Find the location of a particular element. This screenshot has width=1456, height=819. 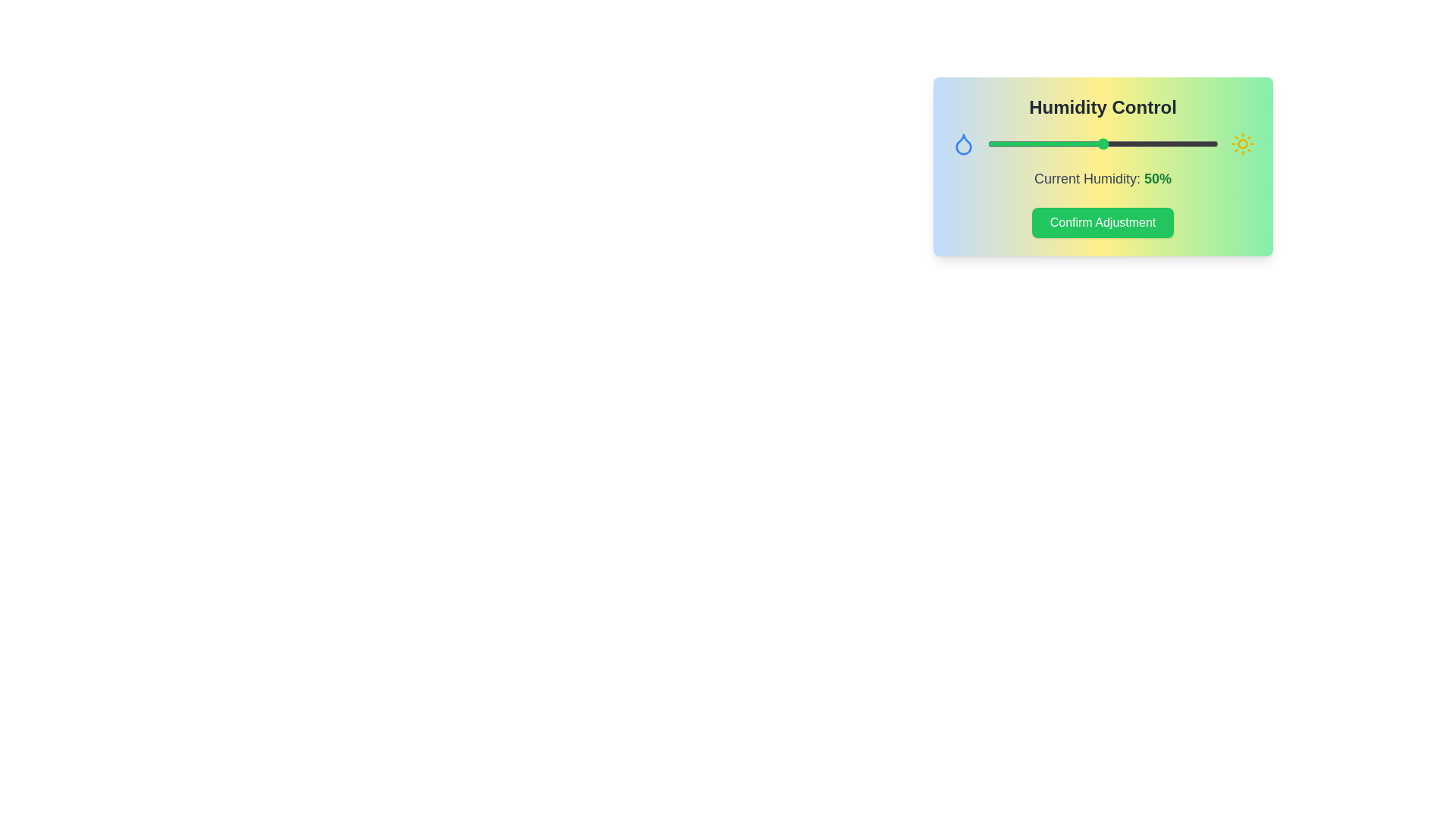

the humidity slider to 36% is located at coordinates (1069, 143).